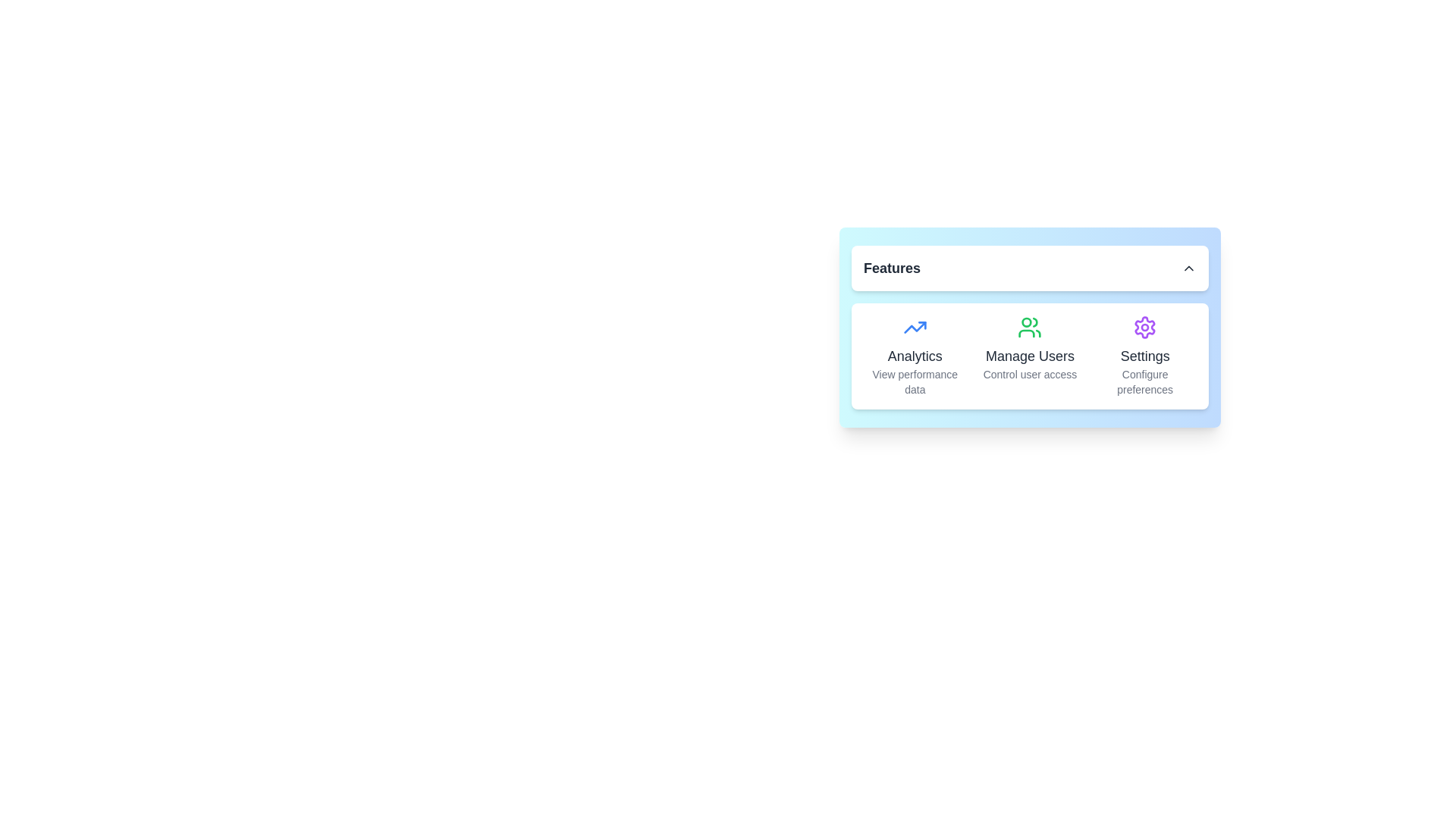 This screenshot has width=1456, height=819. What do you see at coordinates (1145, 327) in the screenshot?
I see `the SVG gear icon representing settings, located above the 'Settings' text and adjacent to 'Analytics' and 'Manage Users'` at bounding box center [1145, 327].